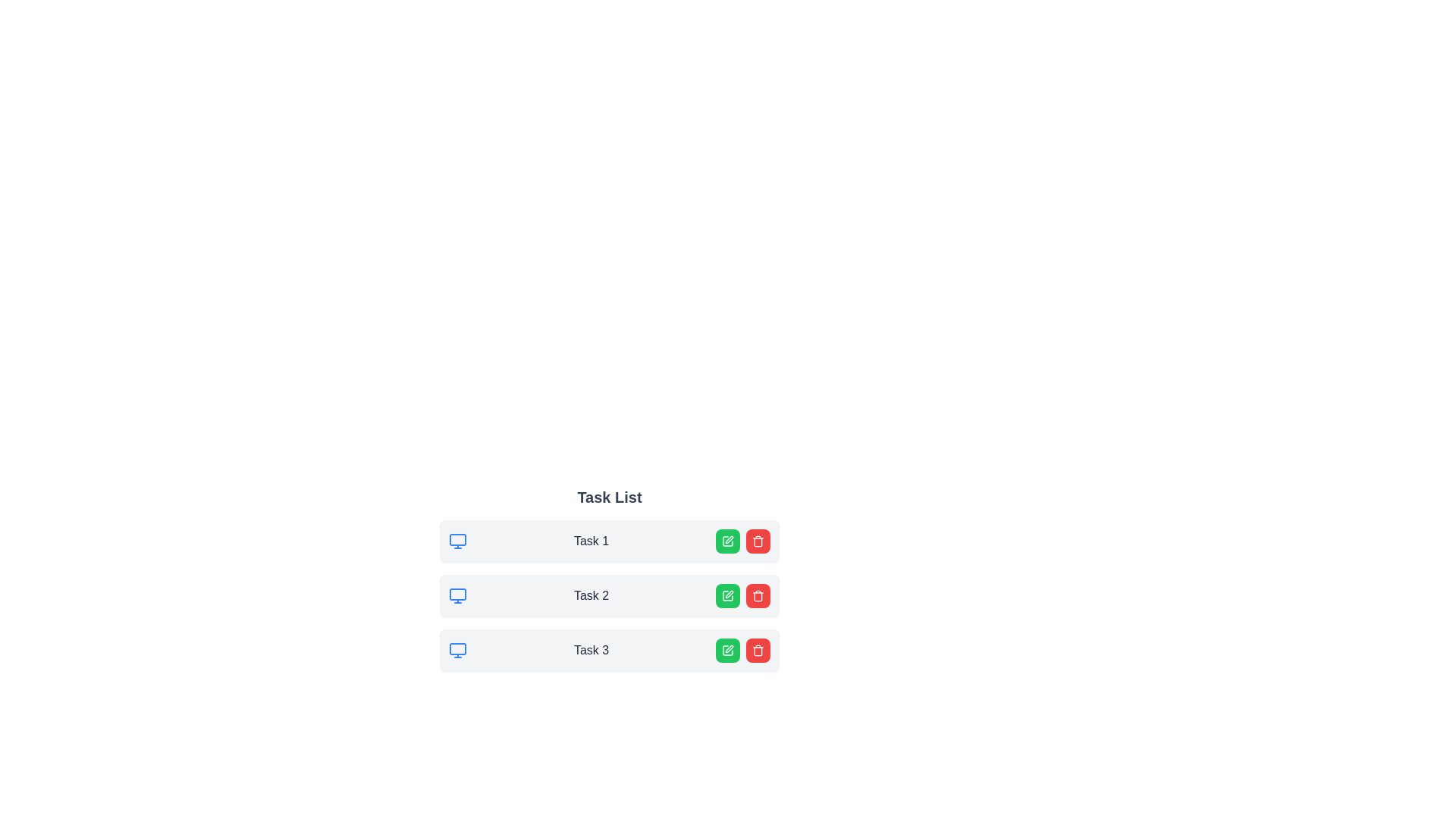  Describe the element at coordinates (728, 649) in the screenshot. I see `the small green button with a pen icon located in the last row labeled 'Task 3'` at that location.